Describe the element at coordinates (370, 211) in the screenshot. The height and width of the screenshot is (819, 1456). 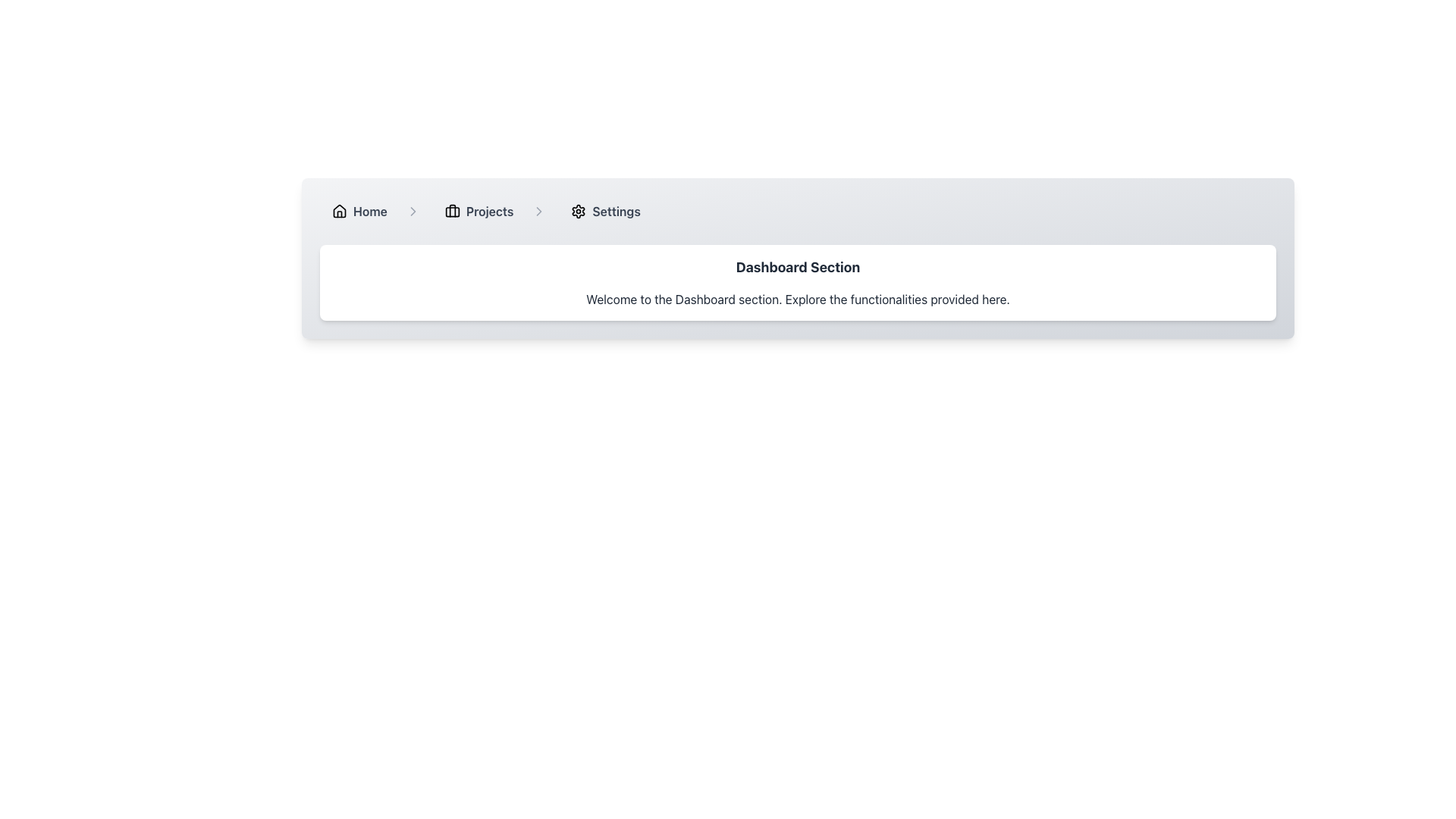
I see `the 'Home' breadcrumb link, which is the first item in the breadcrumb navigation bar at the top-left of the interface` at that location.